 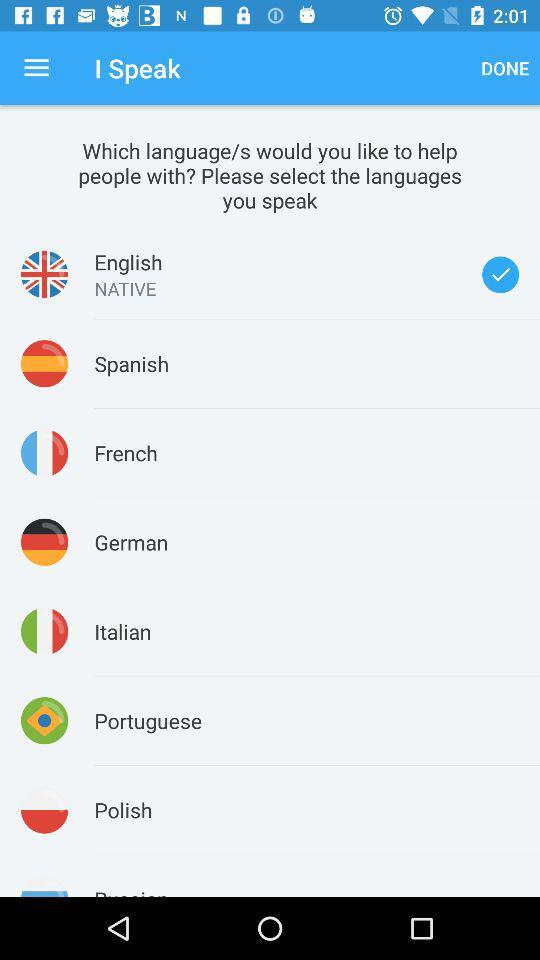 I want to click on item above which language s, so click(x=36, y=68).